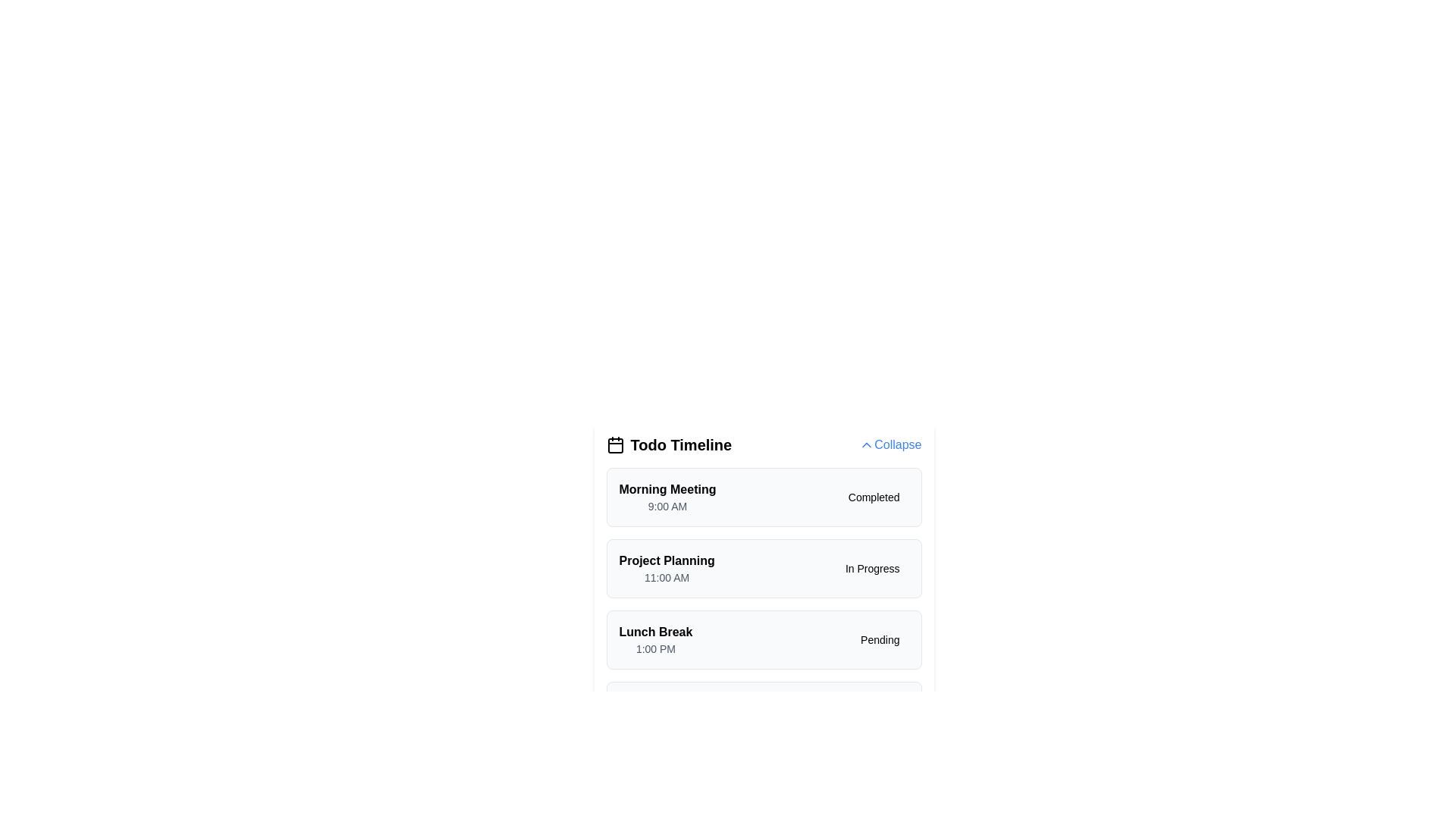 The width and height of the screenshot is (1456, 819). I want to click on the rectangular vector graphic within the calendar icon located at the top-left corner of the 'Todo Timeline' header, so click(615, 444).